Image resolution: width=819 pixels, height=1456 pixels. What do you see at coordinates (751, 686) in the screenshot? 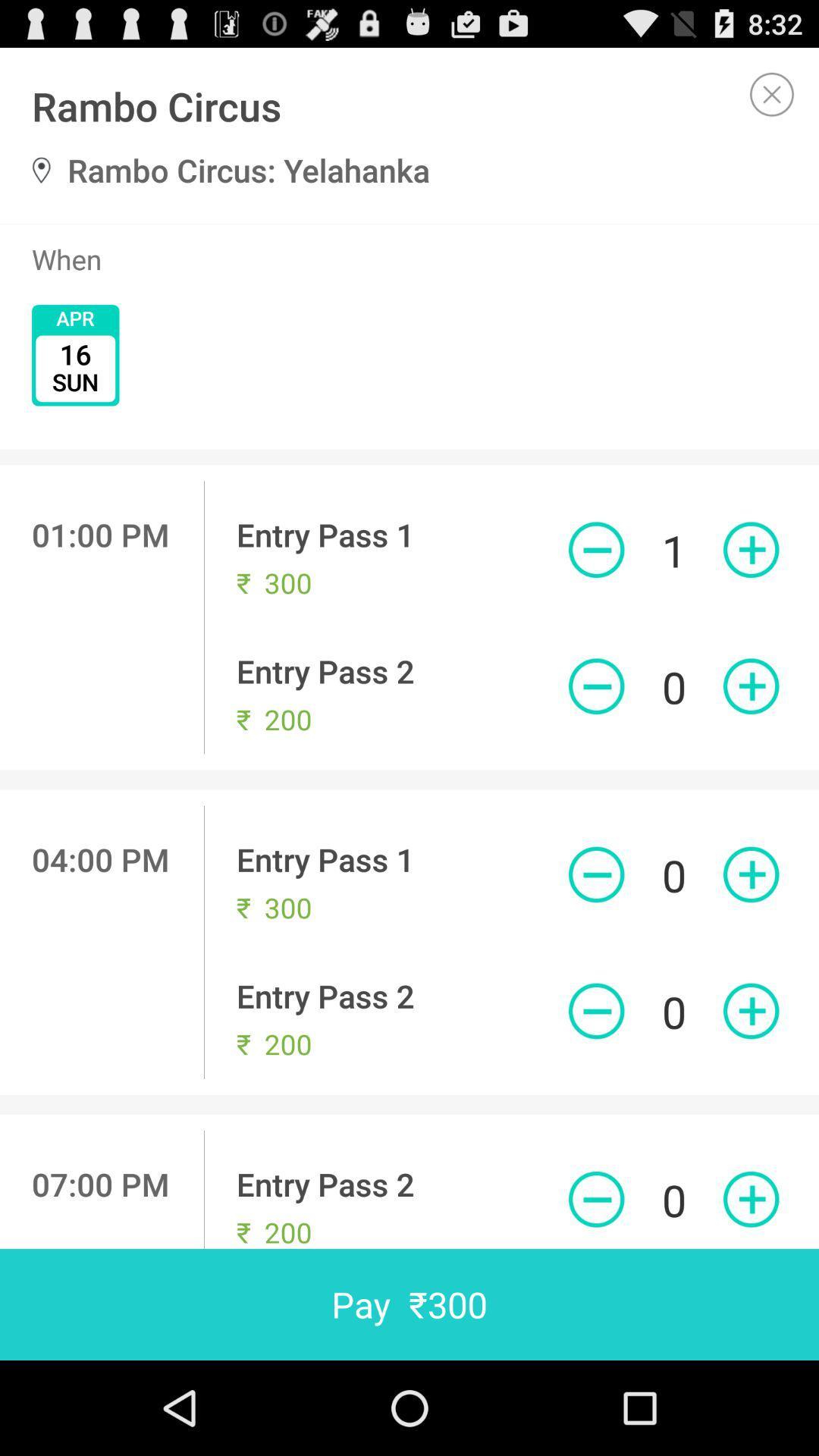
I see `to cart` at bounding box center [751, 686].